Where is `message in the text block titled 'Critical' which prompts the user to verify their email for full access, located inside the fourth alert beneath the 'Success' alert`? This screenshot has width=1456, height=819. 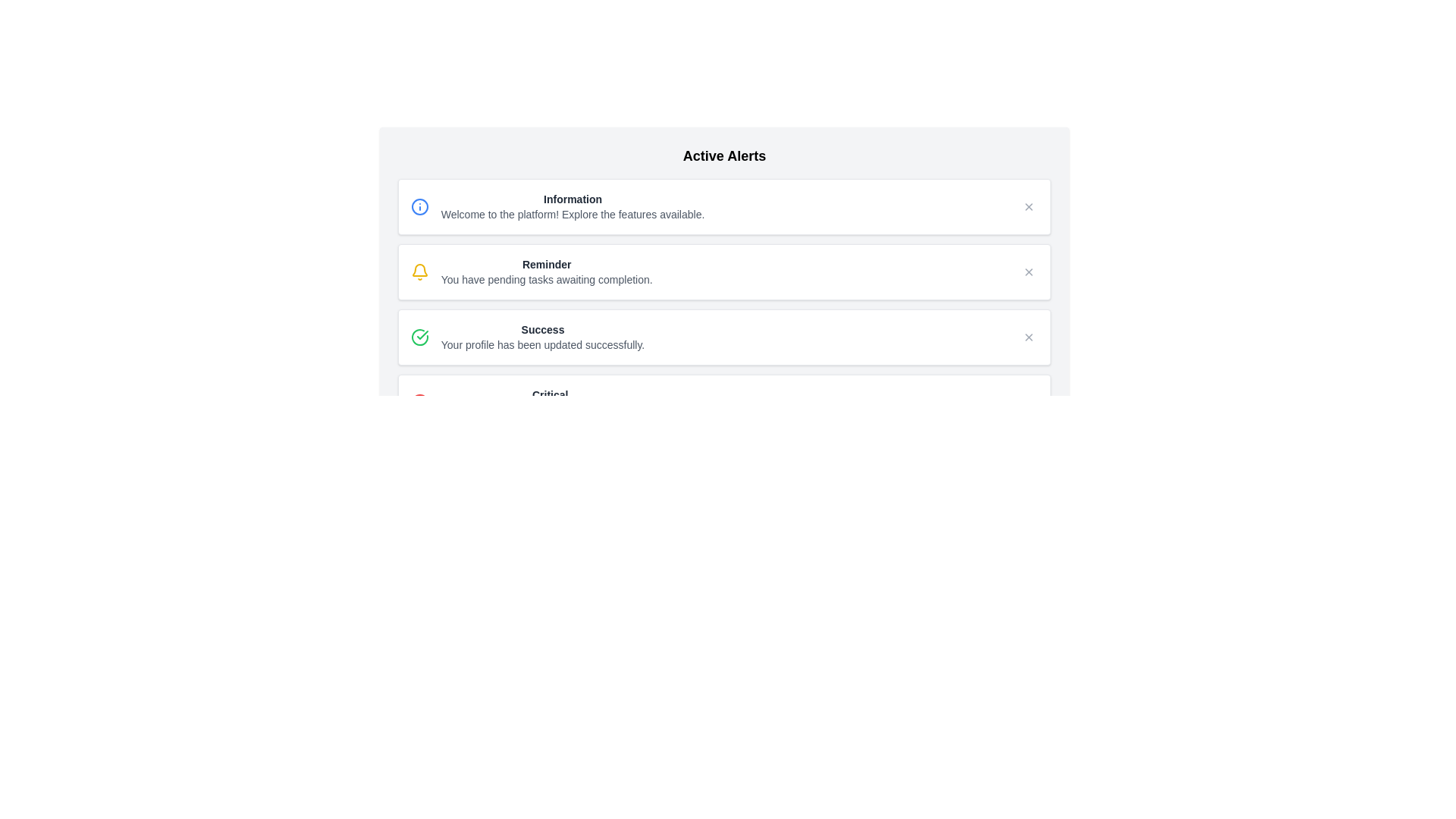 message in the text block titled 'Critical' which prompts the user to verify their email for full access, located inside the fourth alert beneath the 'Success' alert is located at coordinates (549, 402).